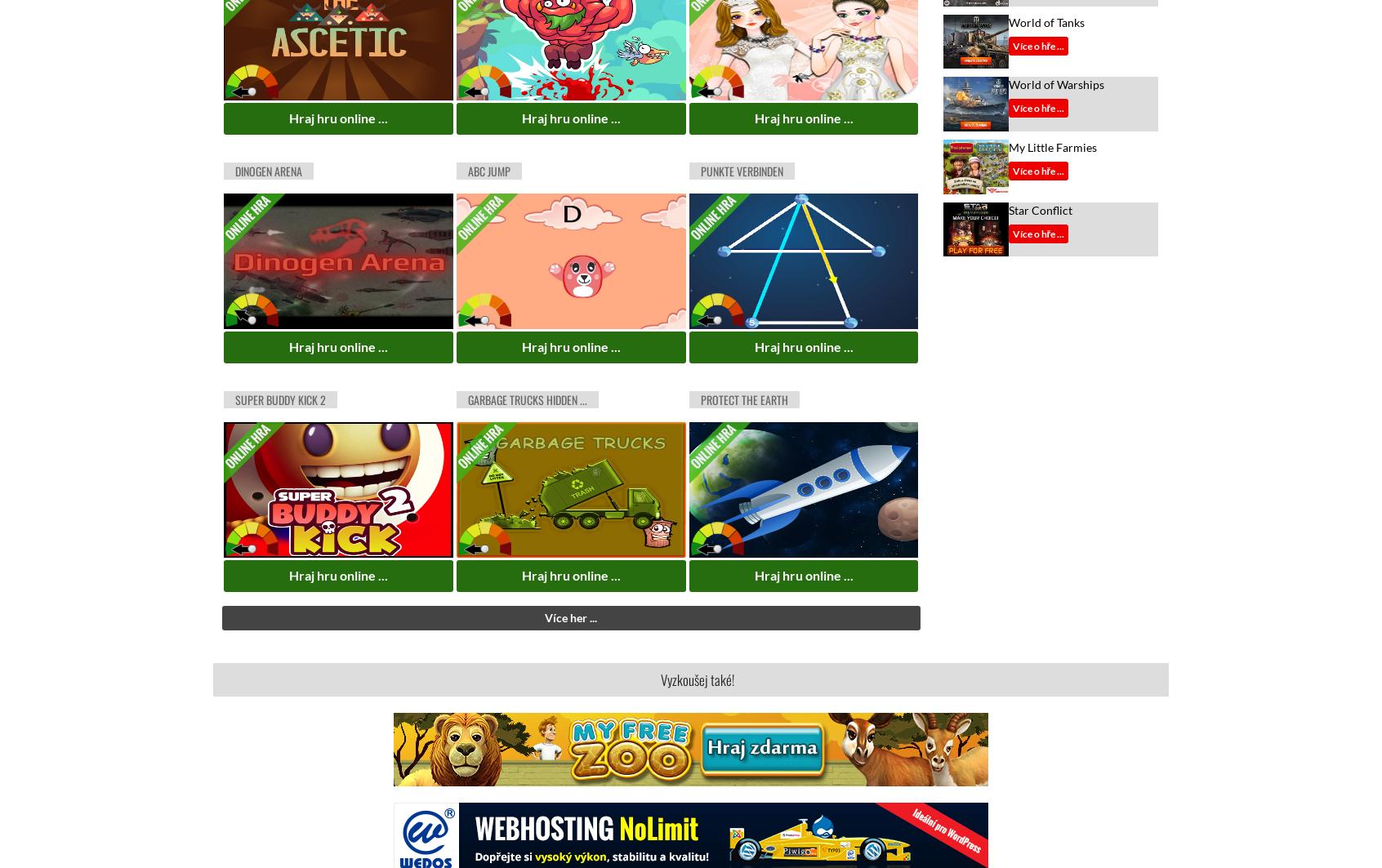 Image resolution: width=1382 pixels, height=868 pixels. What do you see at coordinates (1054, 84) in the screenshot?
I see `'World of Warships'` at bounding box center [1054, 84].